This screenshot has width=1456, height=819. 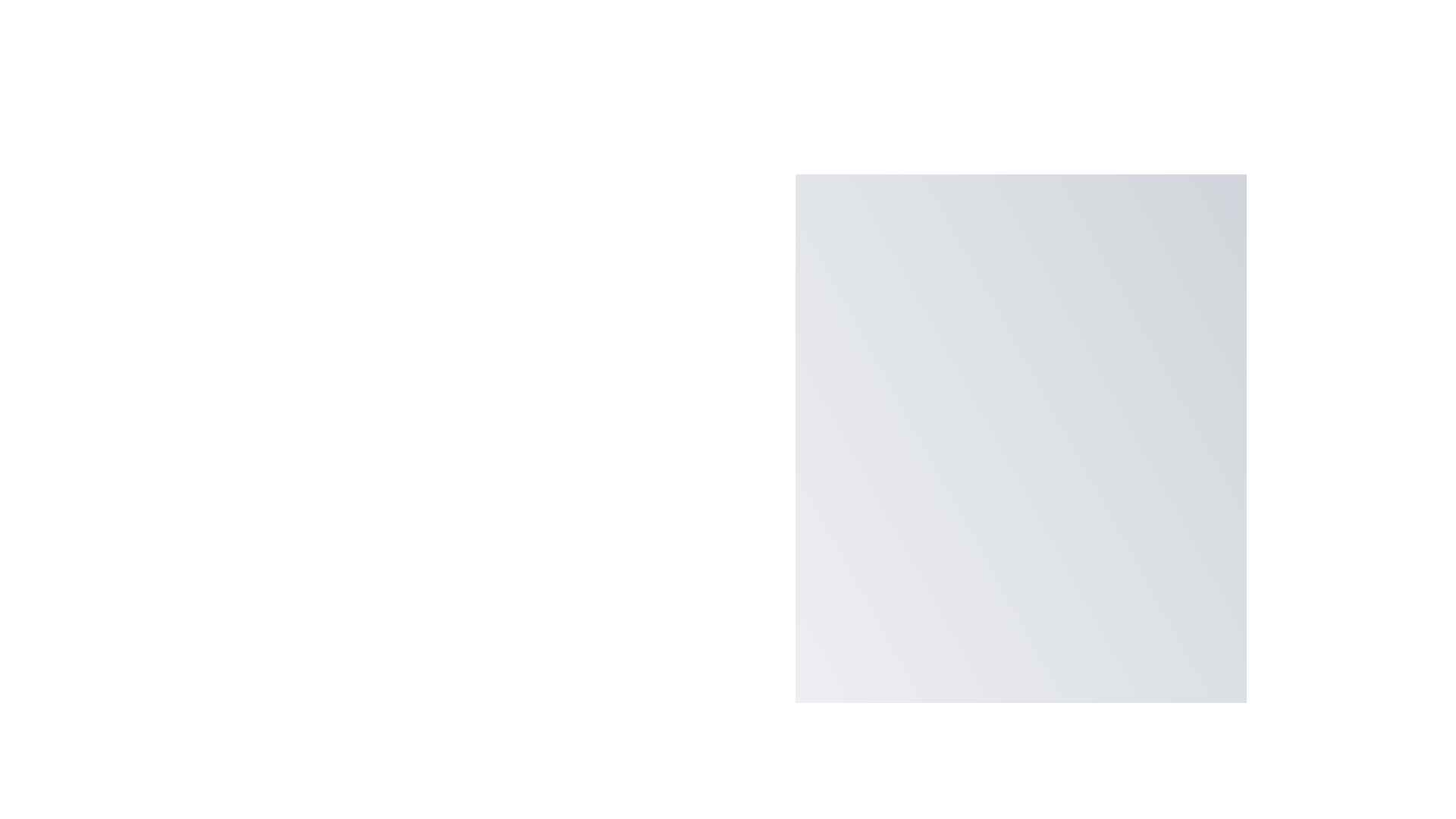 I want to click on main floating action button to toggle the menu, so click(x=1097, y=786).